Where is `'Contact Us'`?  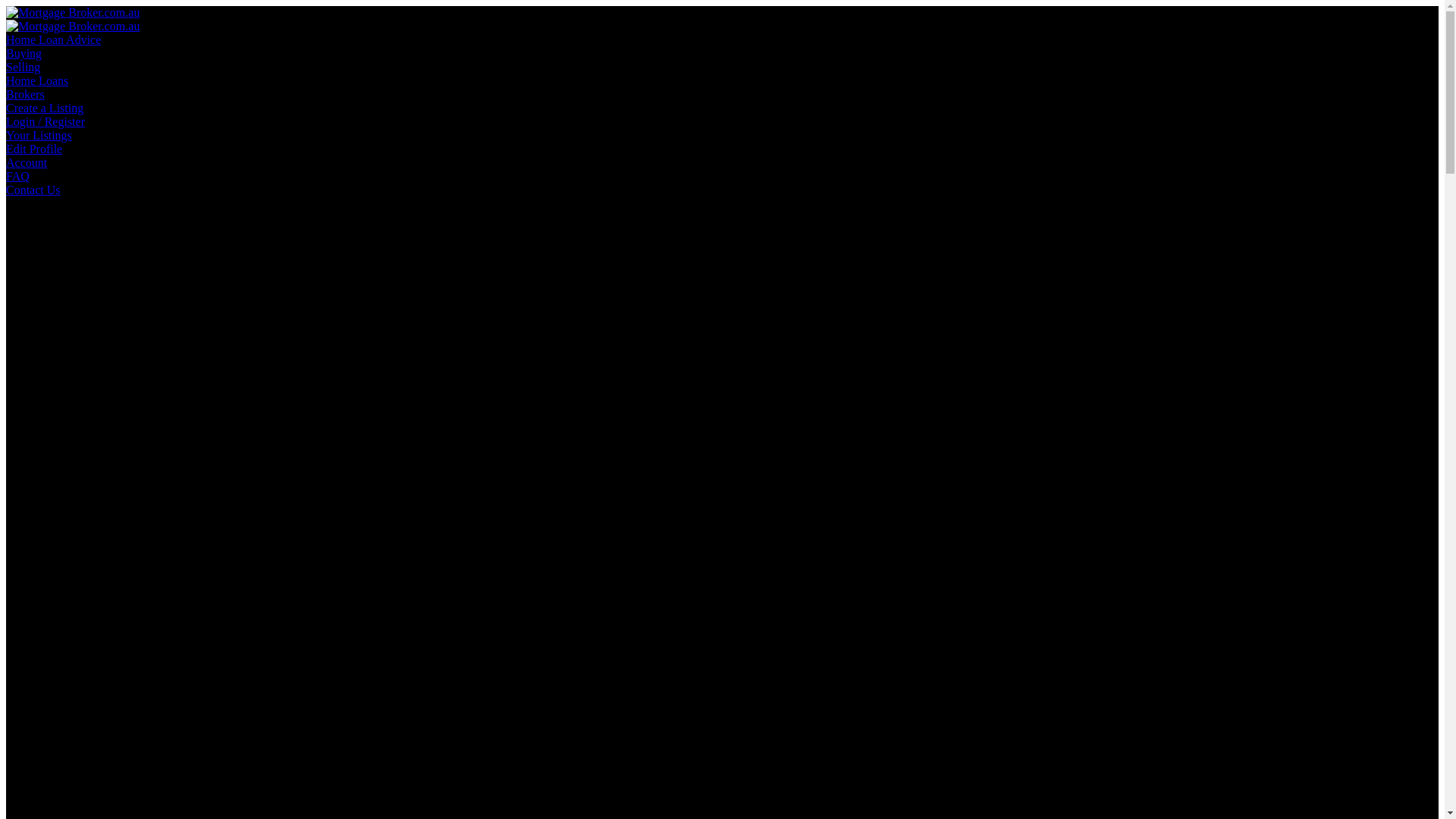
'Contact Us' is located at coordinates (33, 189).